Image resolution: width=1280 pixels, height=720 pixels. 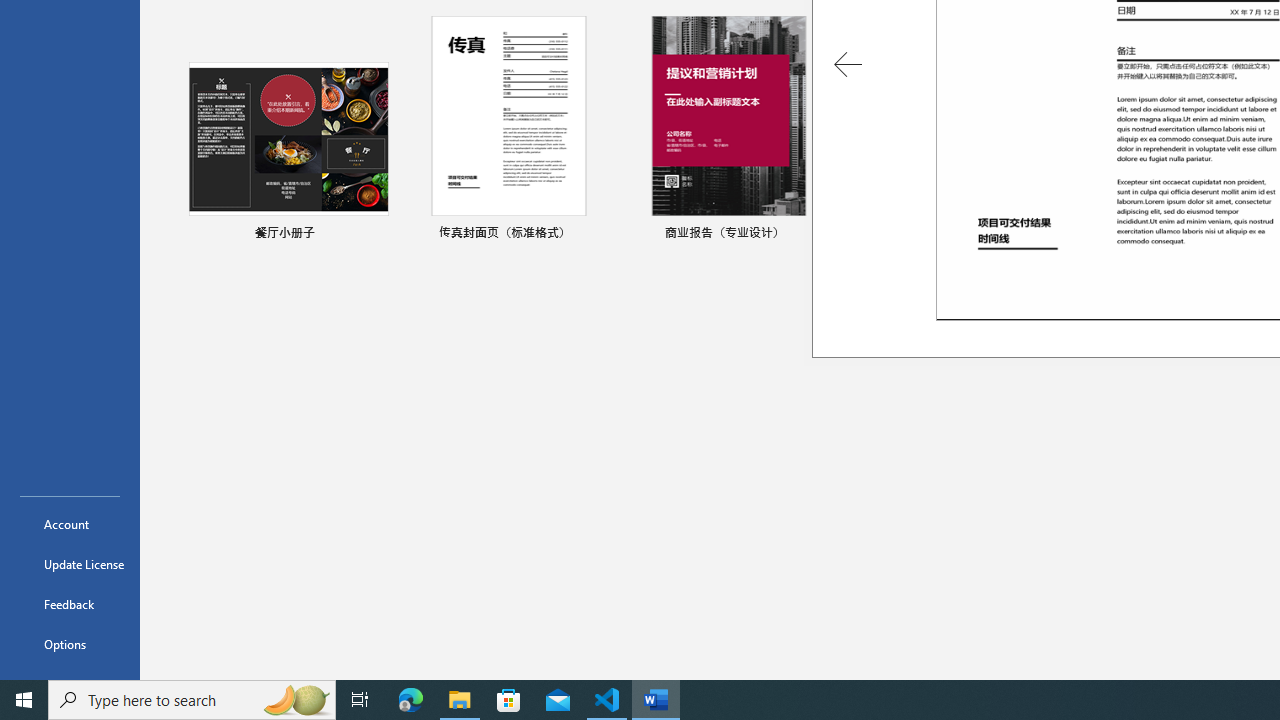 I want to click on 'Account', so click(x=69, y=523).